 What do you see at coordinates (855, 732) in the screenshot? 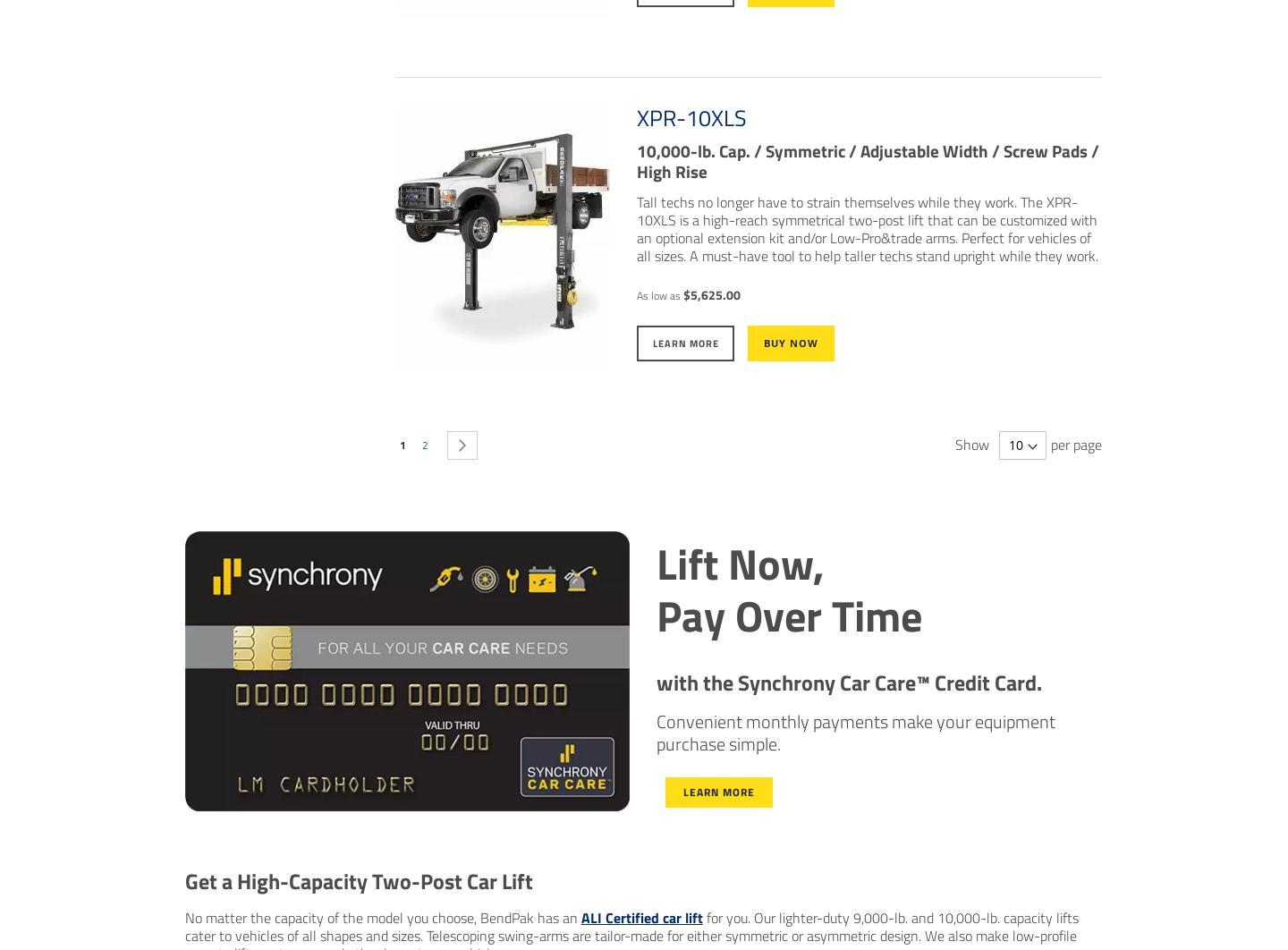
I see `'Convenient monthly payments make your equipment purchase simple.'` at bounding box center [855, 732].